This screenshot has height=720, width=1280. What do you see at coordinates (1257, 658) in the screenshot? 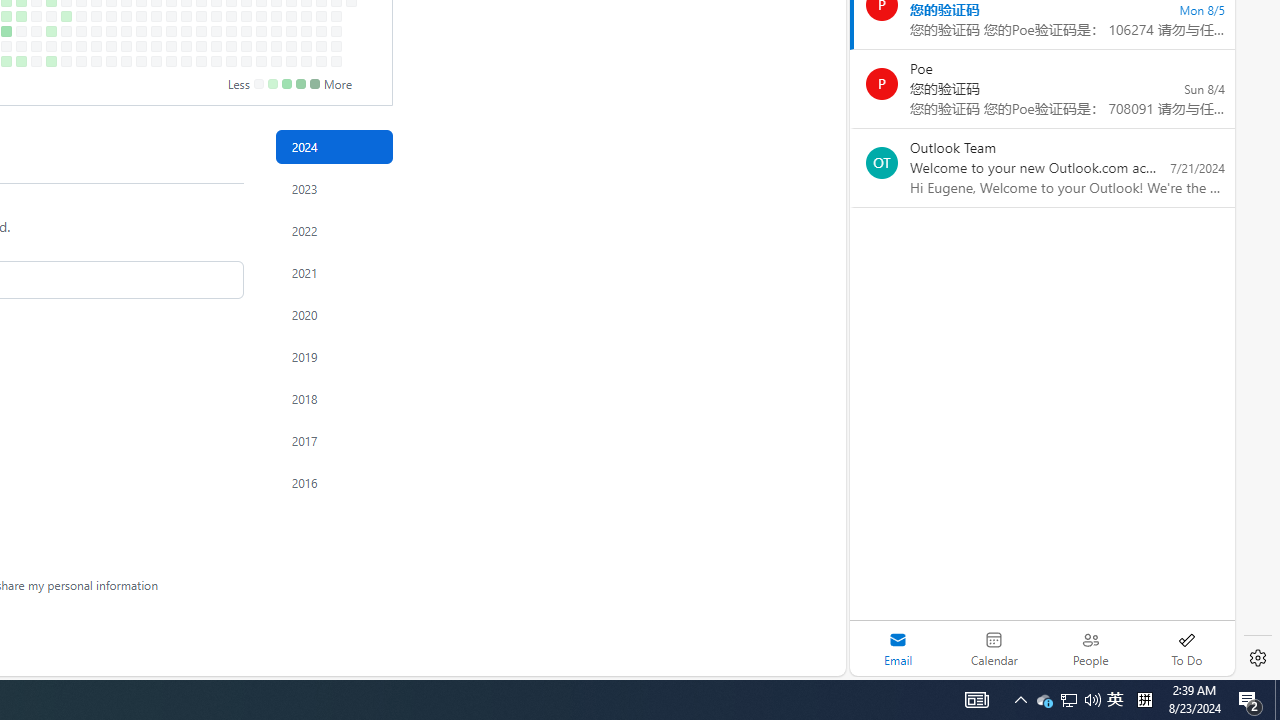
I see `'Settings'` at bounding box center [1257, 658].